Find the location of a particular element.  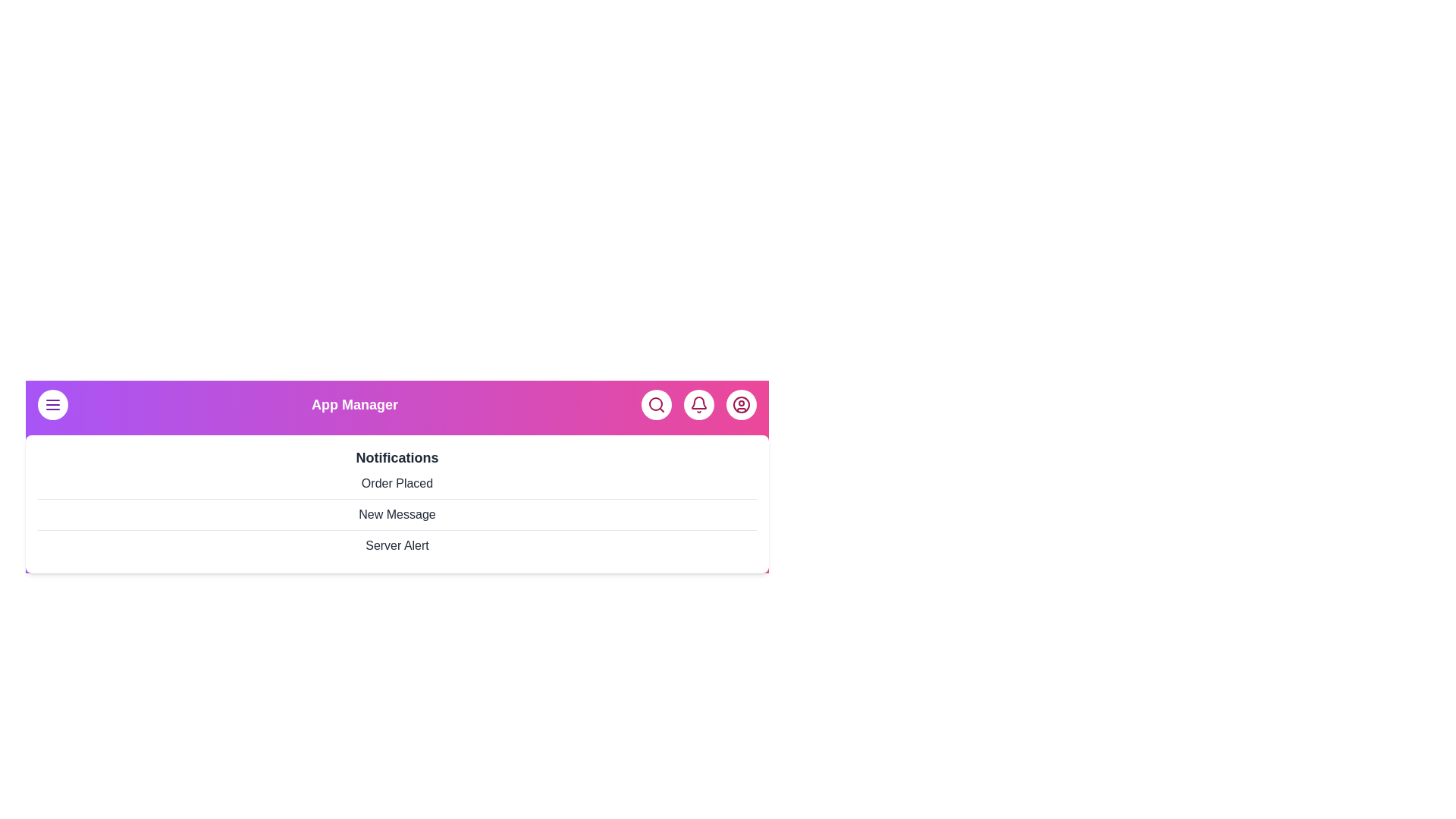

the user icon to access user settings is located at coordinates (742, 403).